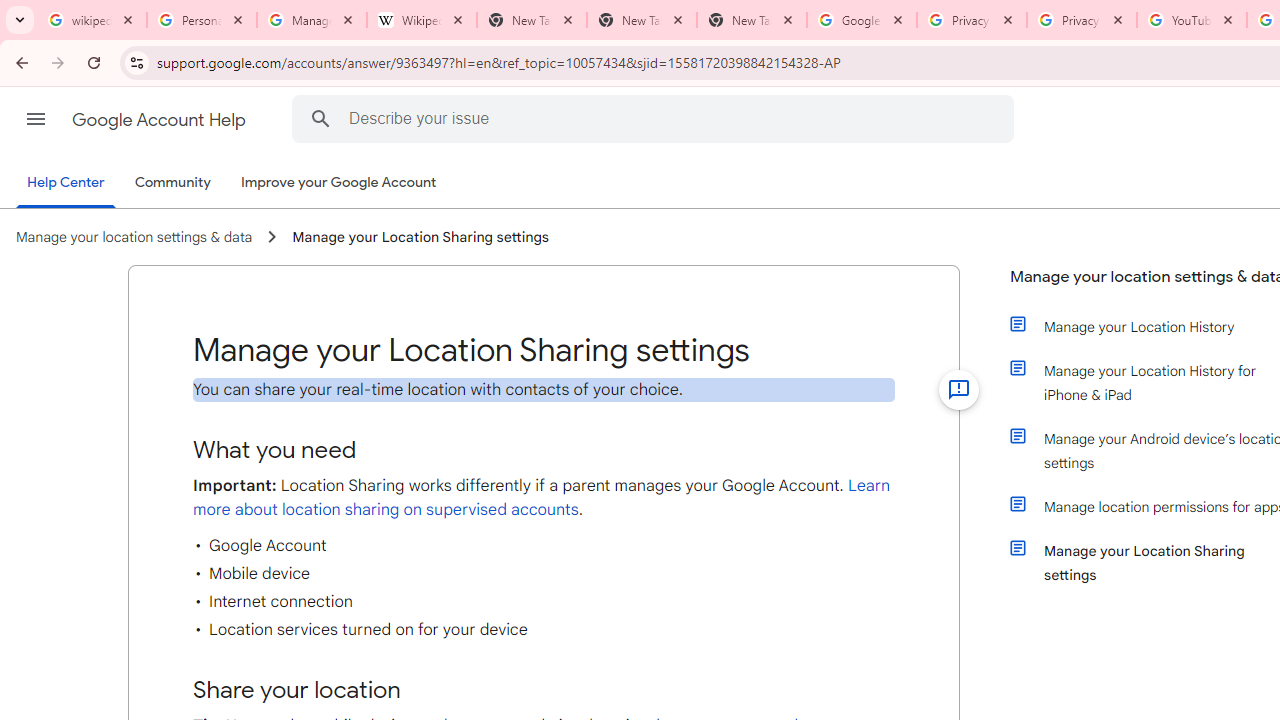  What do you see at coordinates (133, 236) in the screenshot?
I see `'Manage your location settings & data'` at bounding box center [133, 236].